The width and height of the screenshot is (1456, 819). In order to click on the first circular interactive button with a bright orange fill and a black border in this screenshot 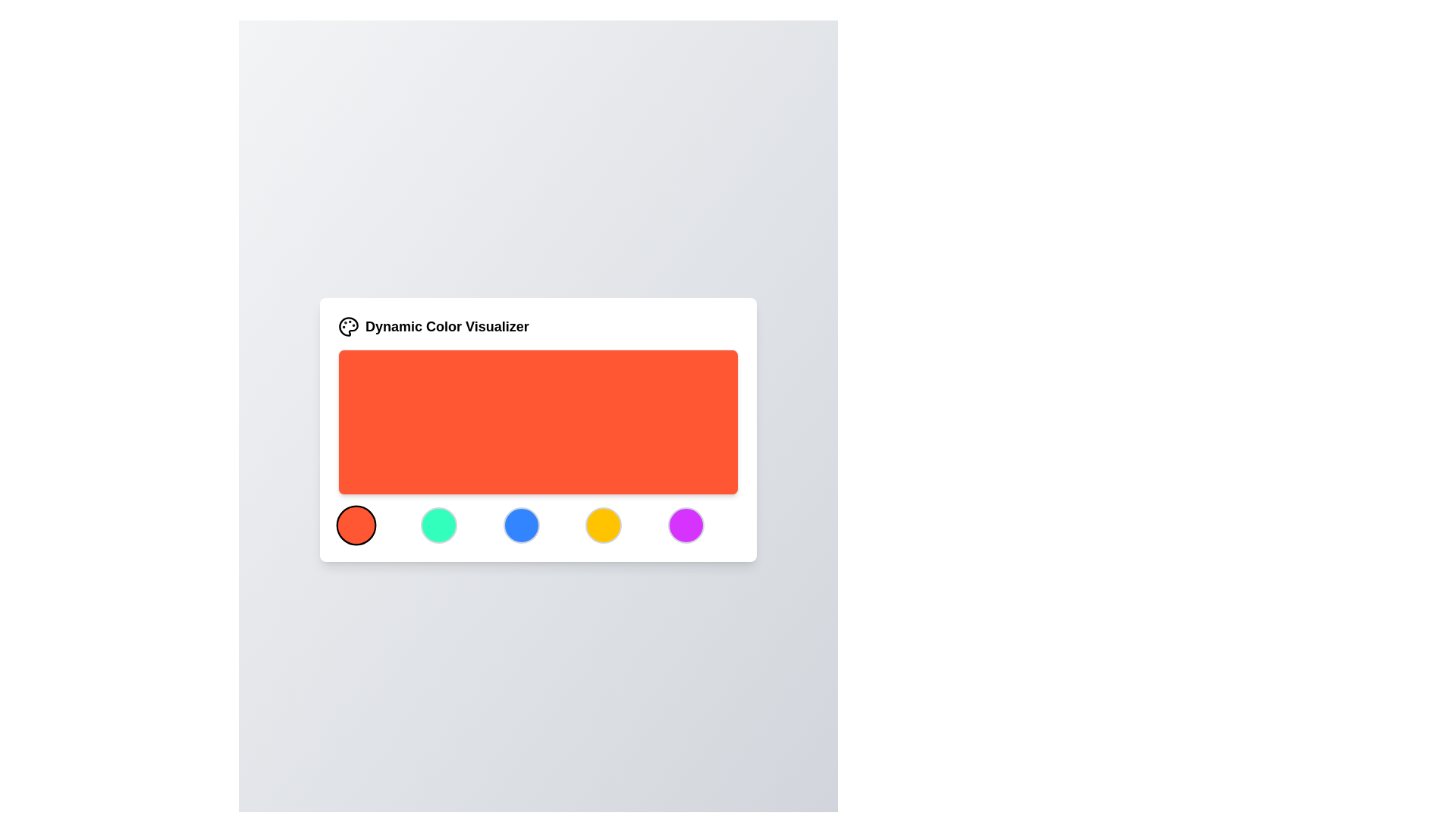, I will do `click(356, 525)`.